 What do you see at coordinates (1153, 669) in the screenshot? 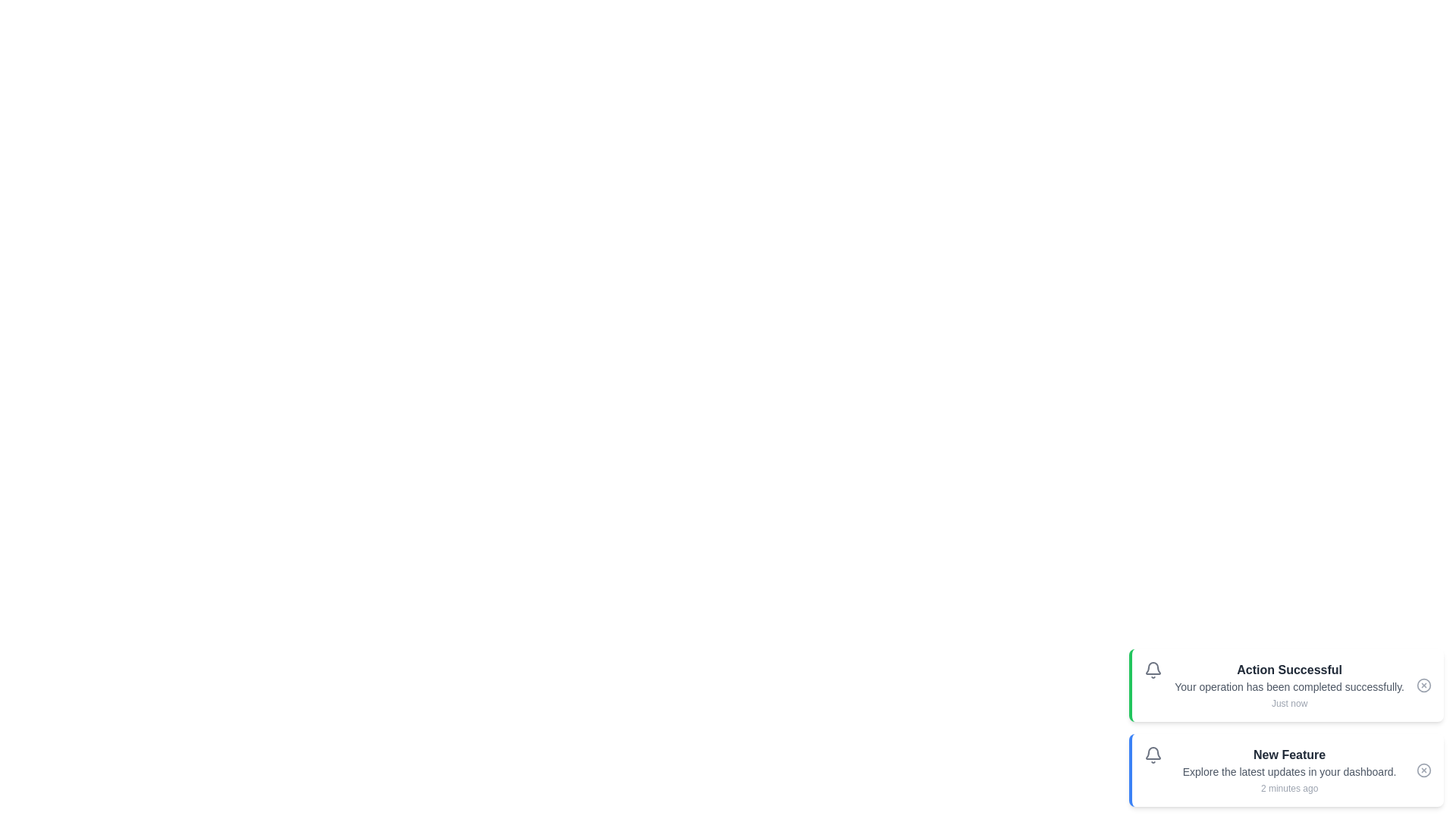
I see `the bell-shaped icon located to the left of the 'Action Successful' notification text` at bounding box center [1153, 669].